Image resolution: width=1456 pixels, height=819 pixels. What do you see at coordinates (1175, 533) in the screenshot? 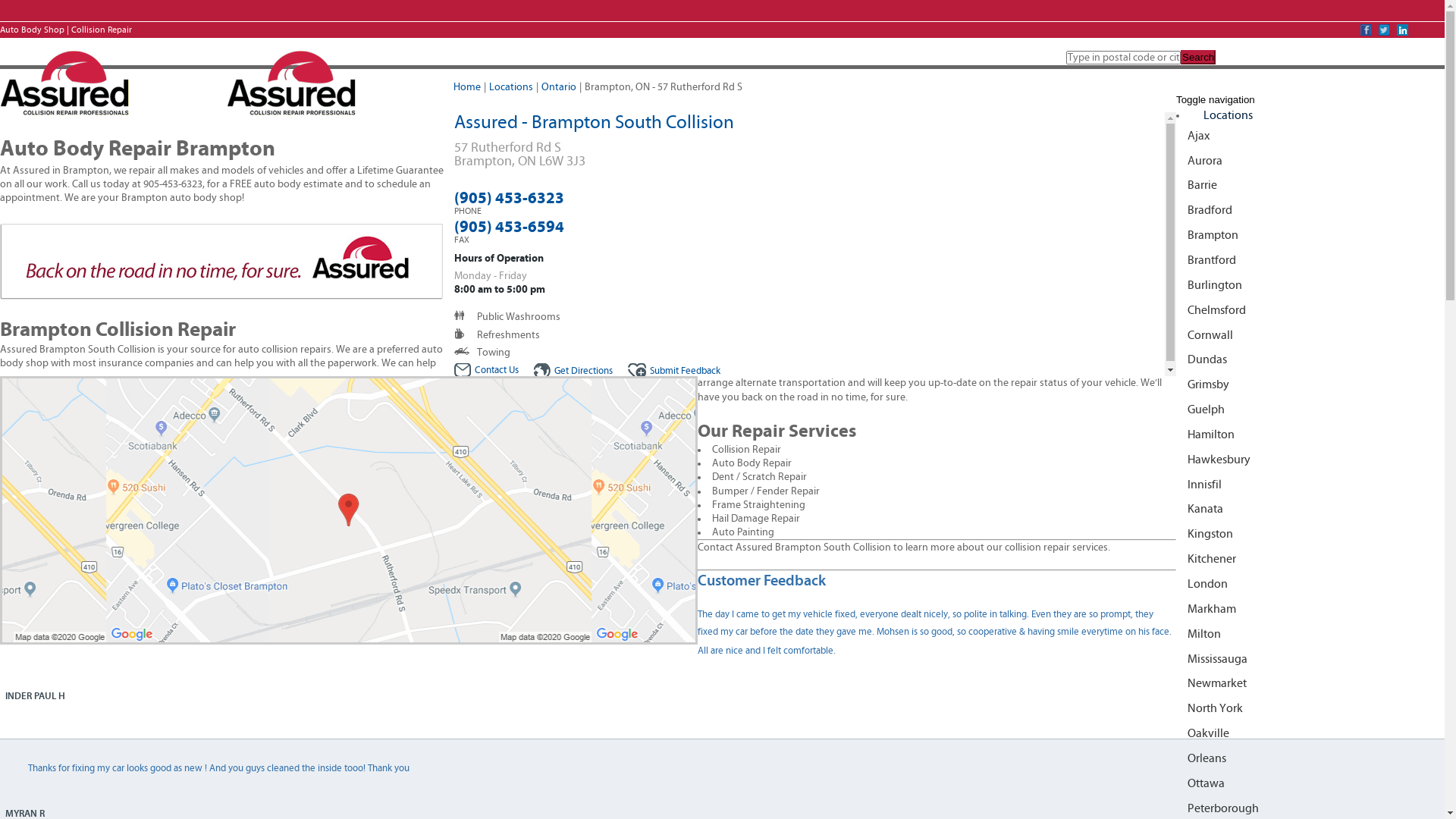
I see `'Kingston'` at bounding box center [1175, 533].